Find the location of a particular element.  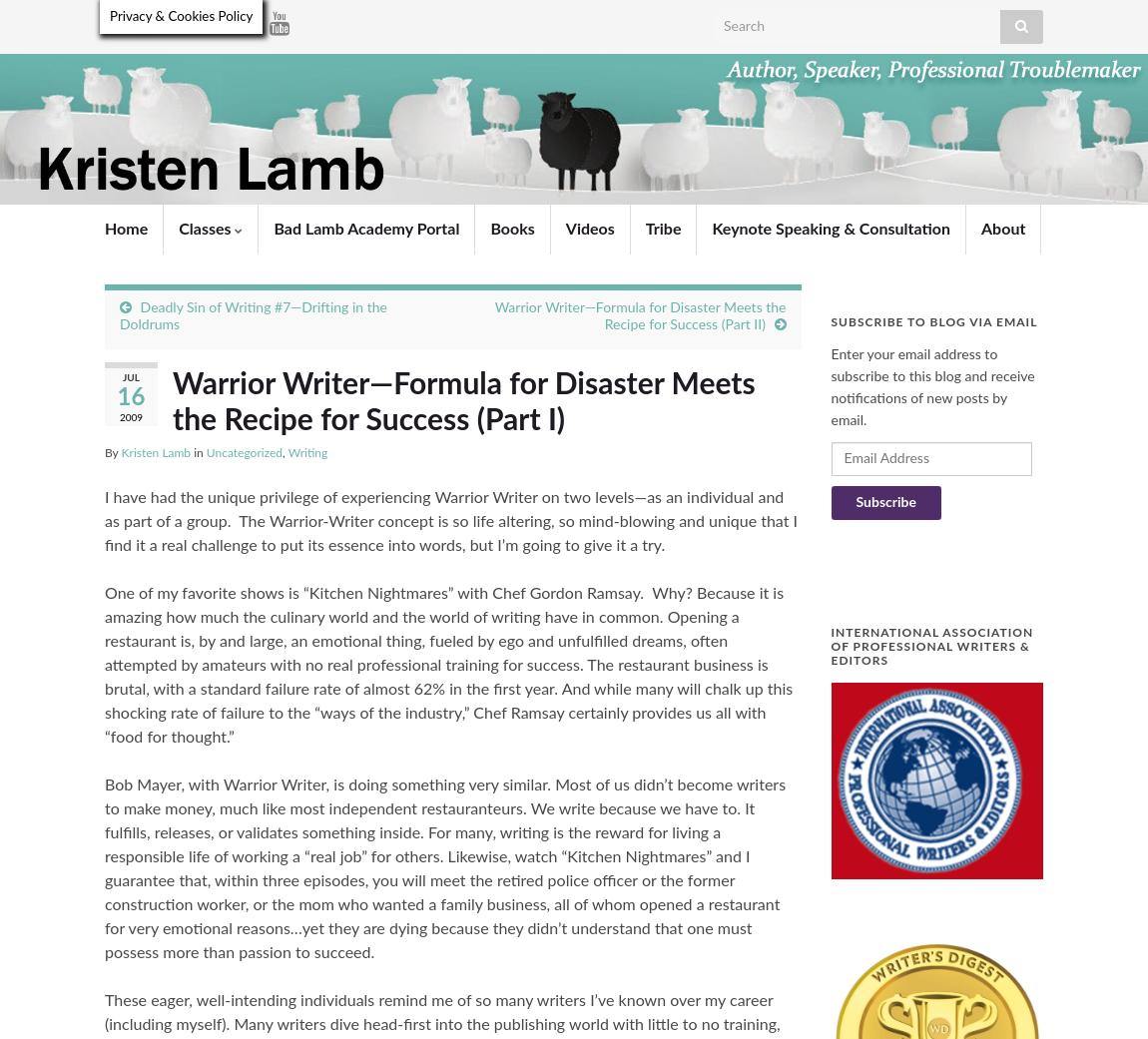

'Bad Lamb Academy Portal' is located at coordinates (365, 228).